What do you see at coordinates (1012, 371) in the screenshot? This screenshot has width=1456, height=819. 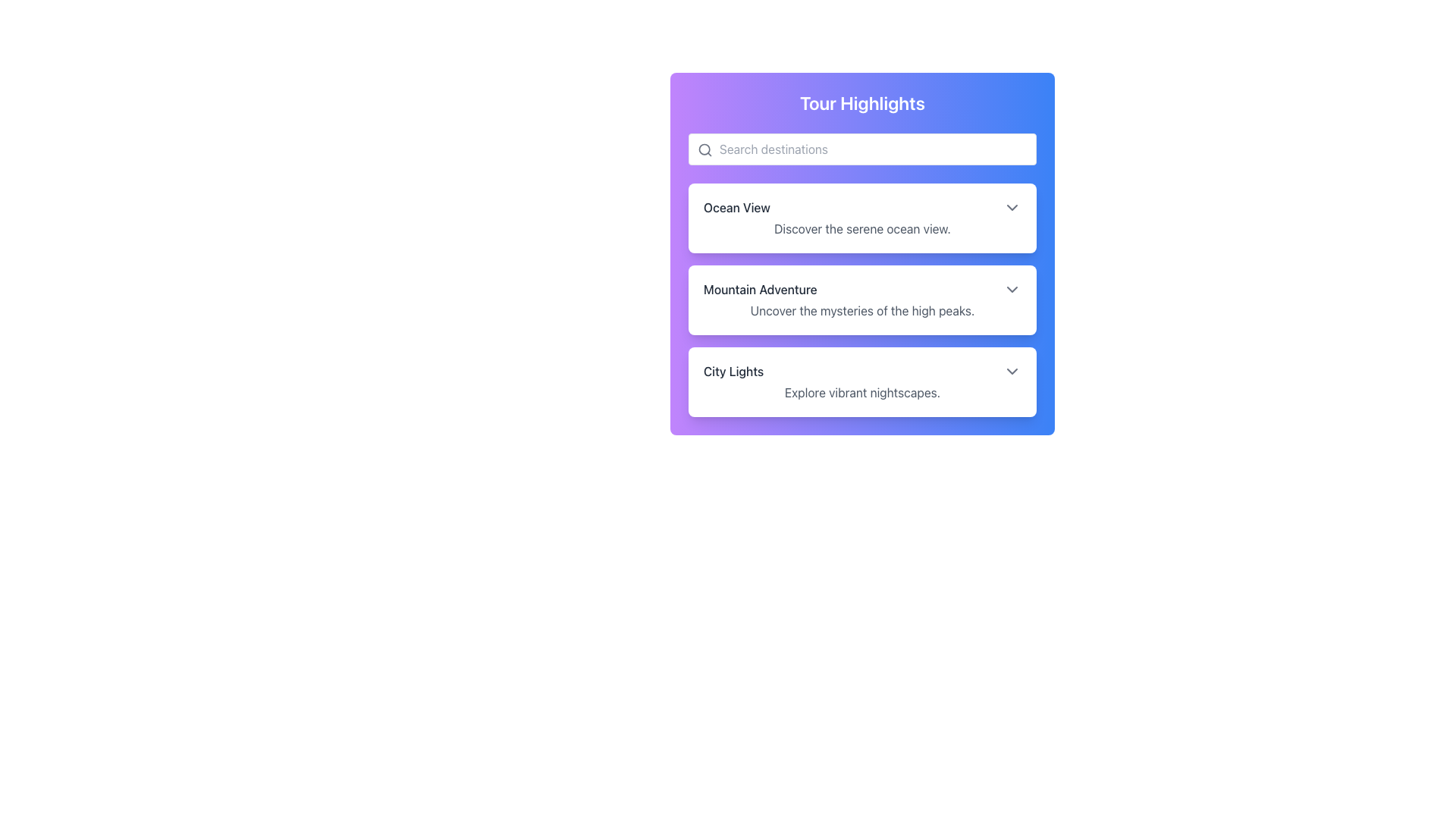 I see `the toggle icon located to the right of the 'City Lights' text` at bounding box center [1012, 371].